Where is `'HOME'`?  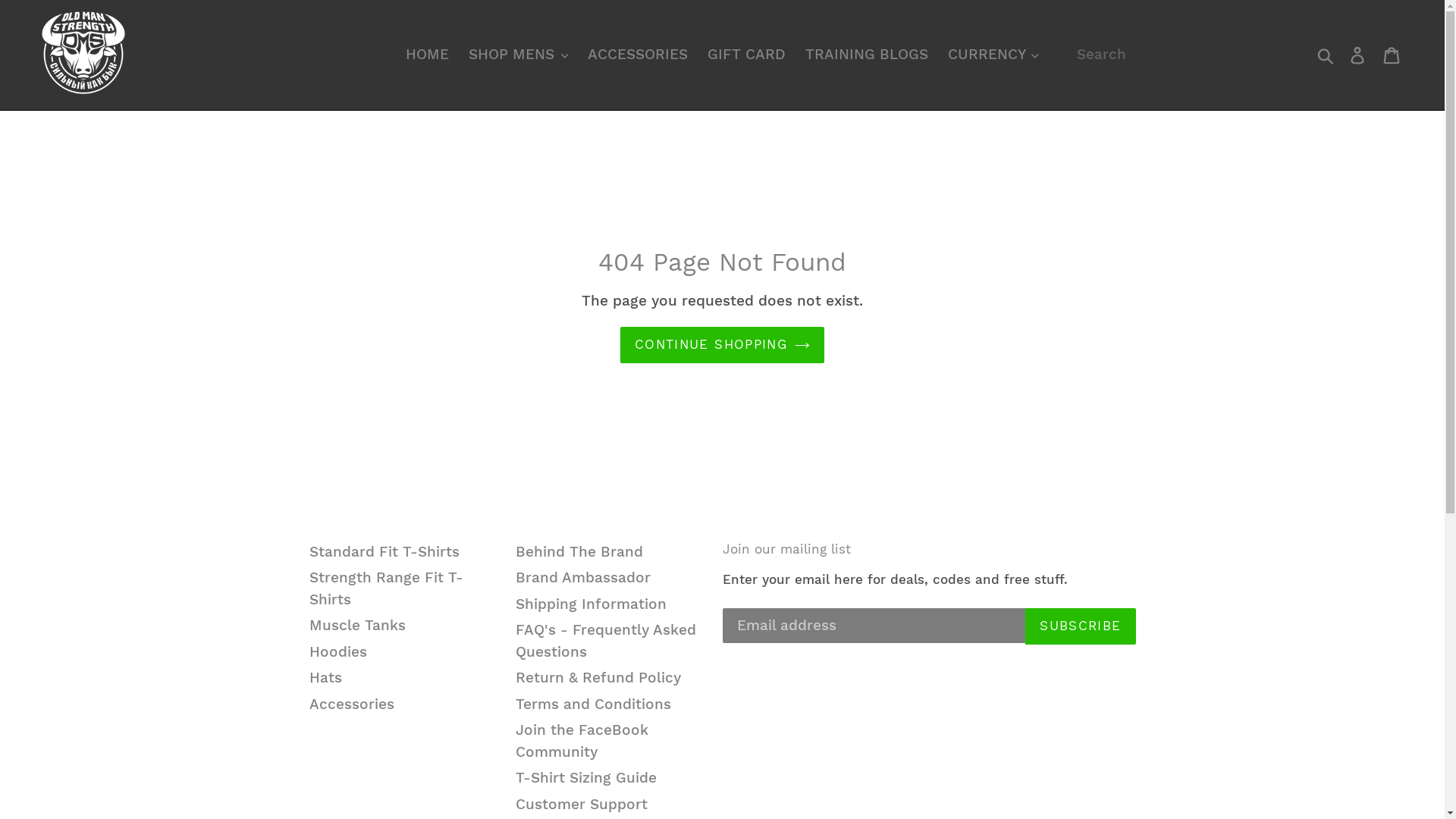 'HOME' is located at coordinates (426, 54).